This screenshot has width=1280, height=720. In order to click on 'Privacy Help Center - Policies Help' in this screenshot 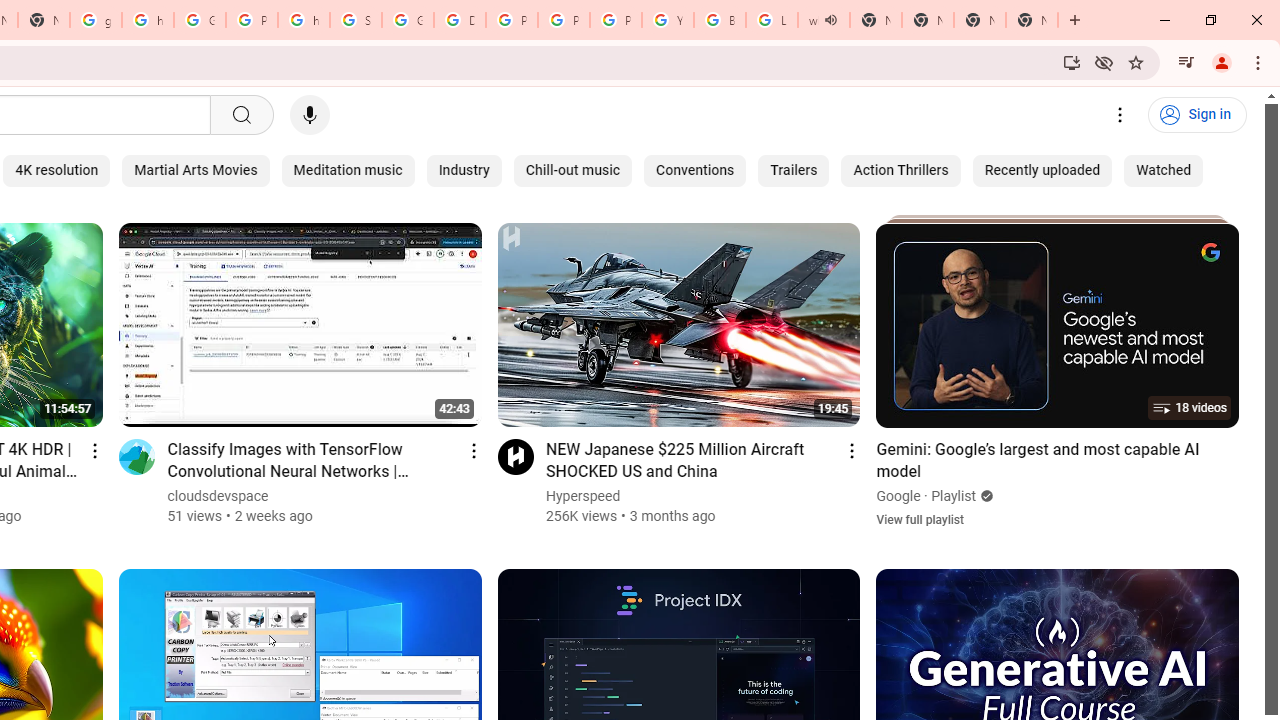, I will do `click(512, 20)`.